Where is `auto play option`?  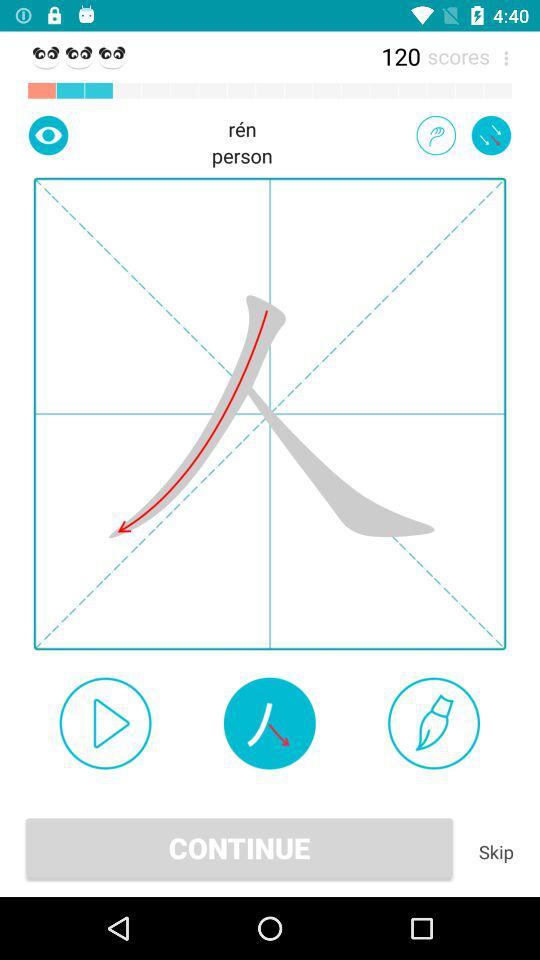 auto play option is located at coordinates (105, 722).